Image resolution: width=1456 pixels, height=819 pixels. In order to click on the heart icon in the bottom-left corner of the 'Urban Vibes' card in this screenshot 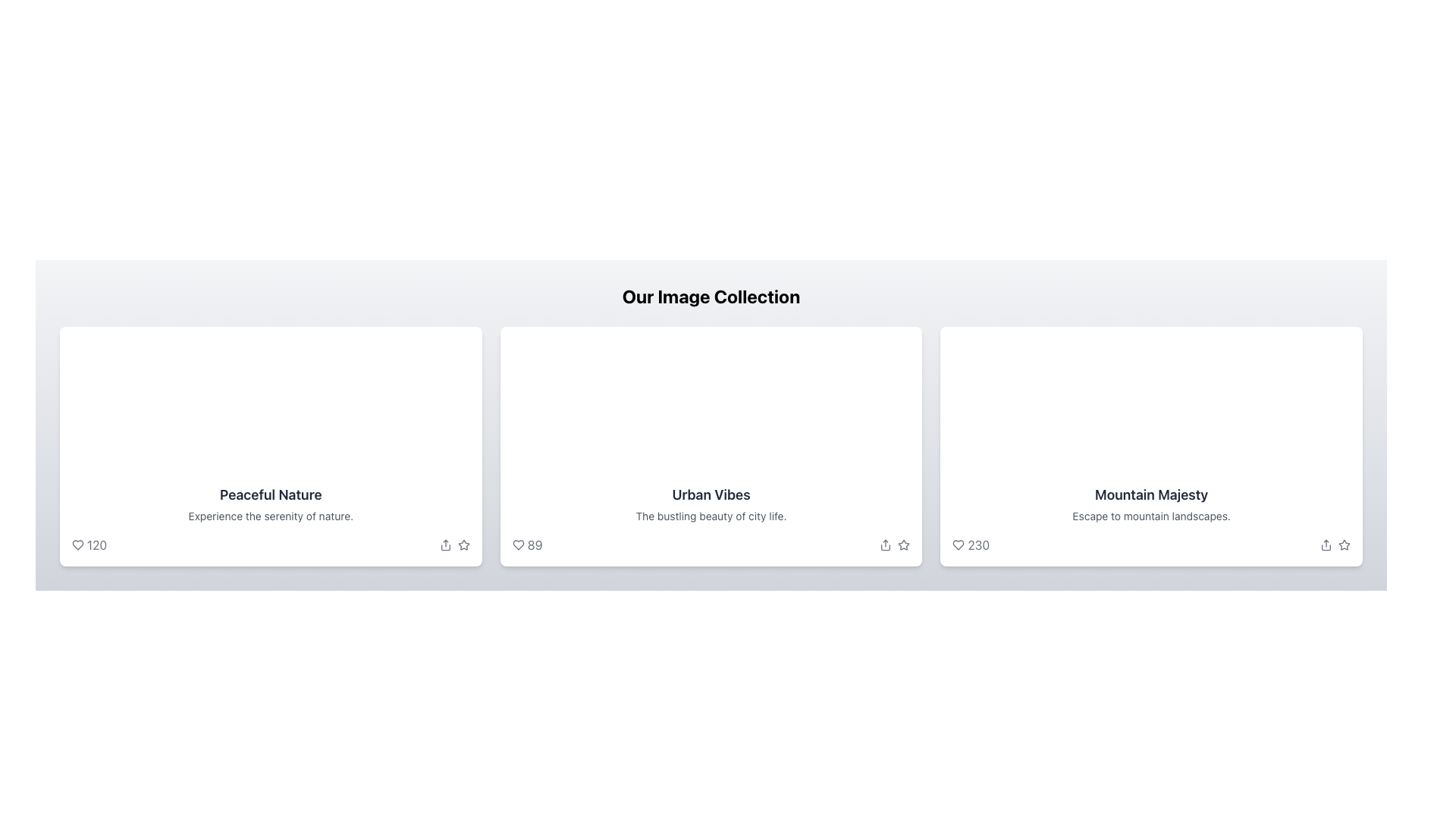, I will do `click(527, 544)`.